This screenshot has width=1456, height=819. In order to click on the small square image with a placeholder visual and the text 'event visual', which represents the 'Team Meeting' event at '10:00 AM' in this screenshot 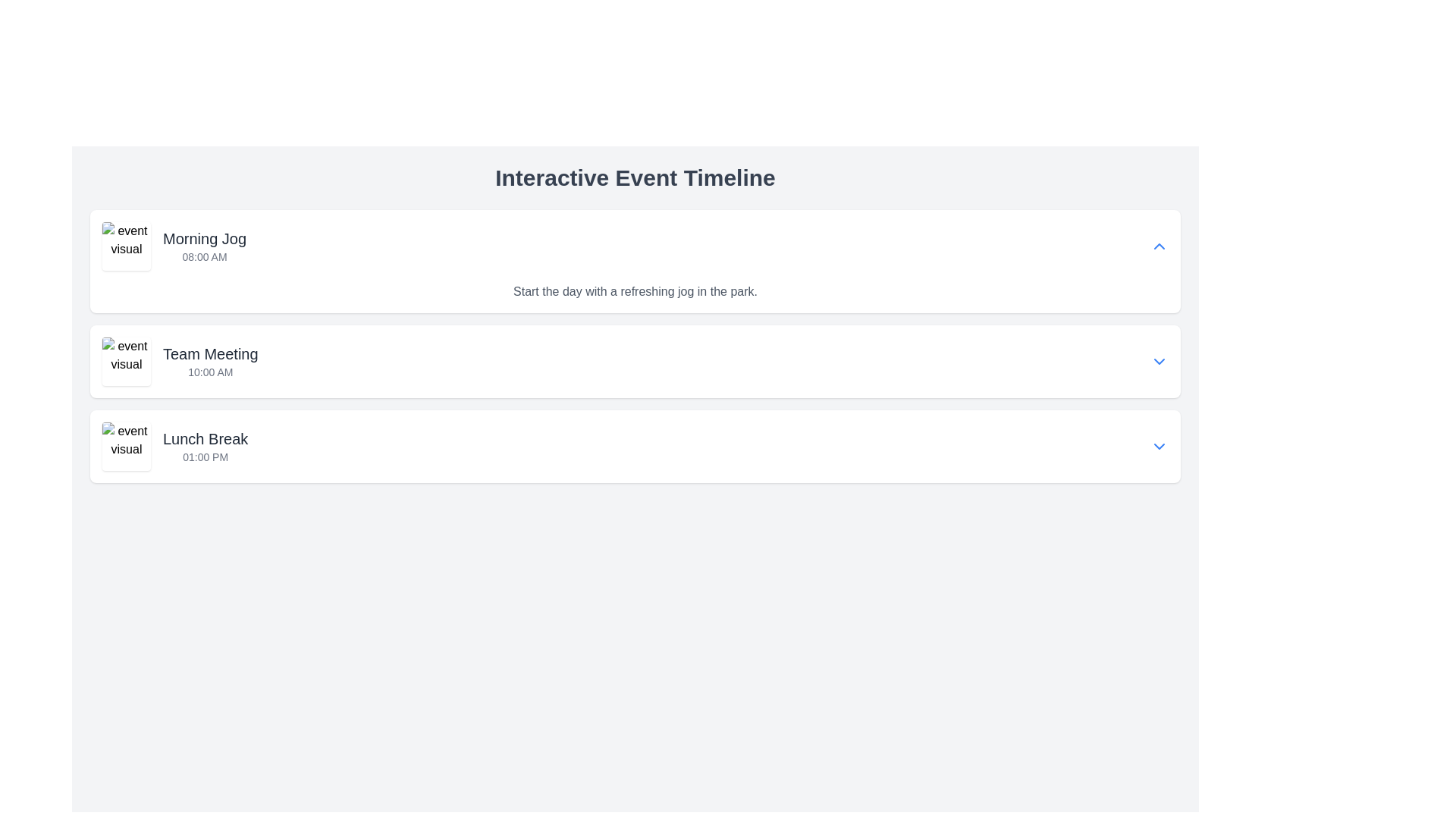, I will do `click(127, 362)`.